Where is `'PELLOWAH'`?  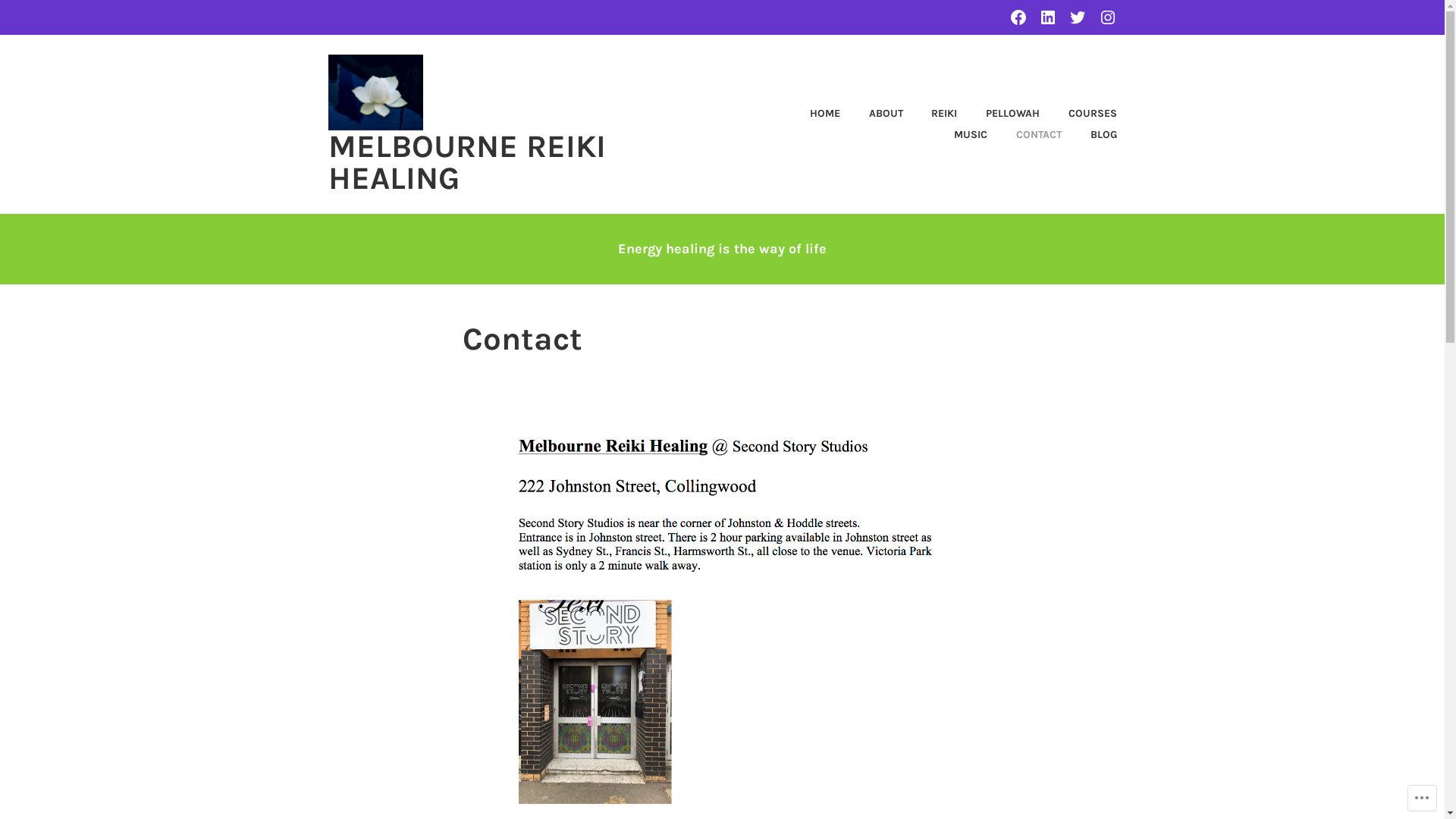
'PELLOWAH' is located at coordinates (999, 113).